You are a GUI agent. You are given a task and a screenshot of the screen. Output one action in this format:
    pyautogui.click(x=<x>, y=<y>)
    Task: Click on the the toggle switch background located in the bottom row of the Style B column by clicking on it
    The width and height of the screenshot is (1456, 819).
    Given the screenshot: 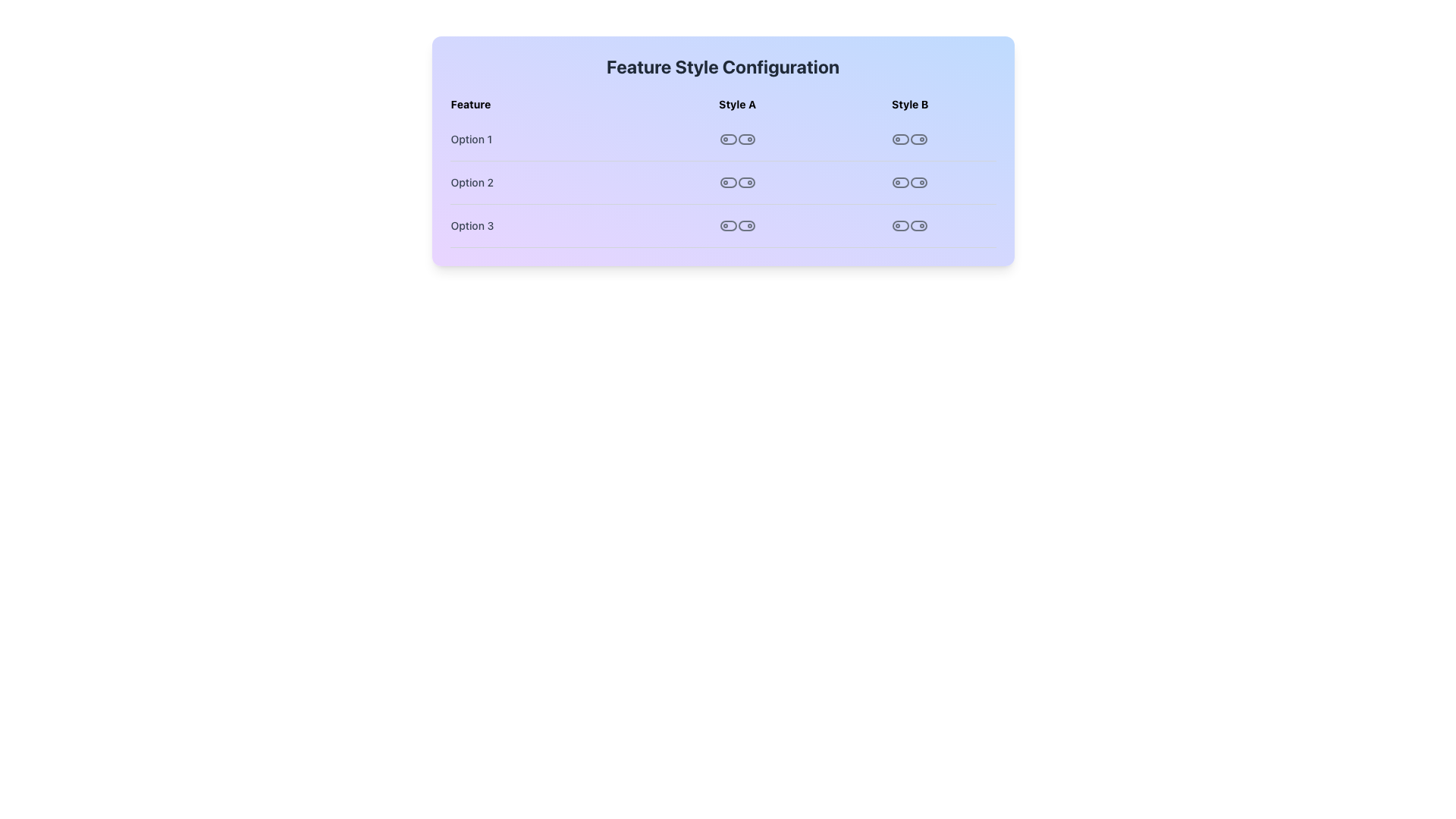 What is the action you would take?
    pyautogui.click(x=901, y=225)
    